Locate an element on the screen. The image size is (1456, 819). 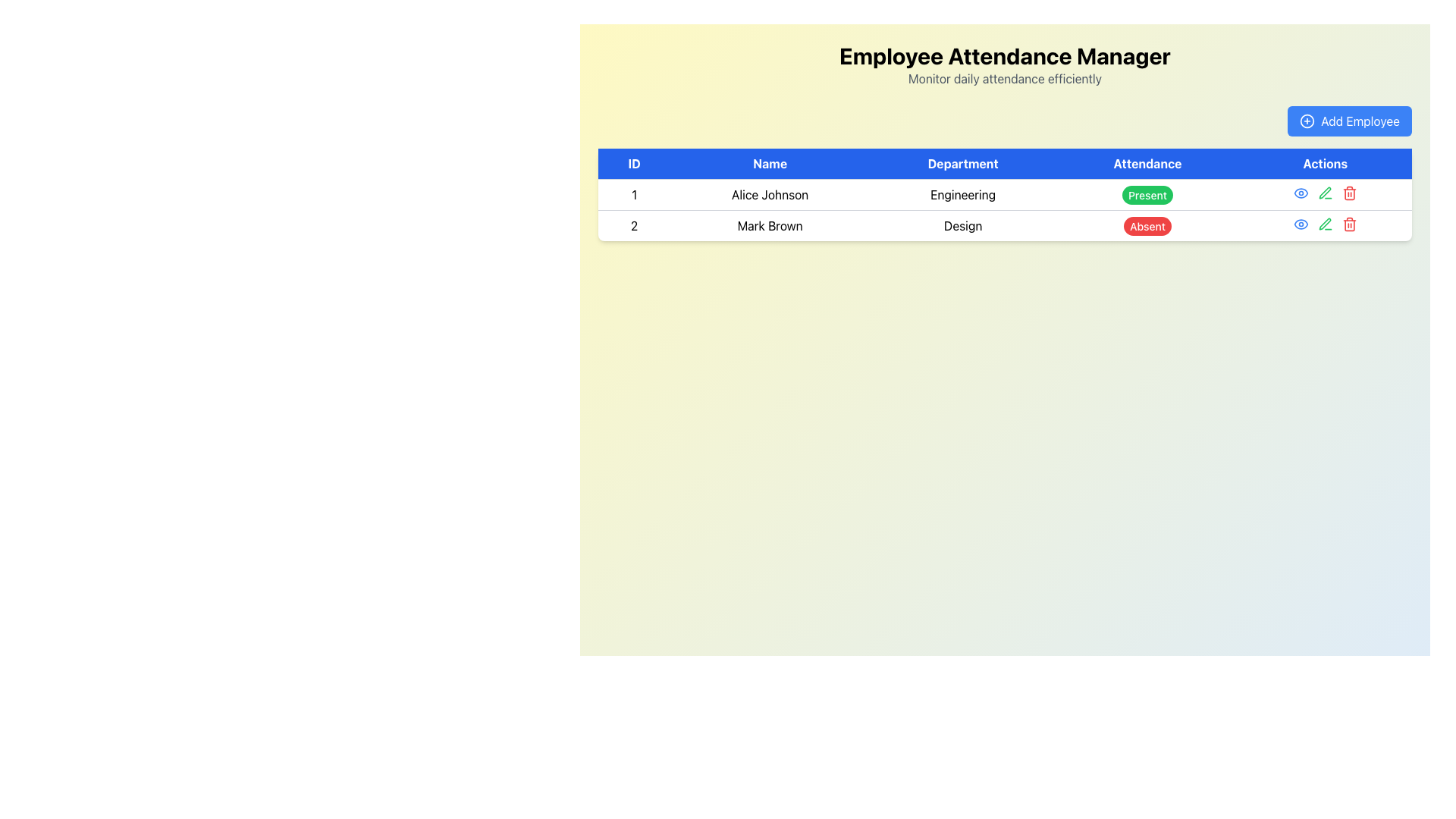
the 'Actions' Table Header Cell, which is a rectangular button in bold white font located at the top-right of the table header is located at coordinates (1324, 164).